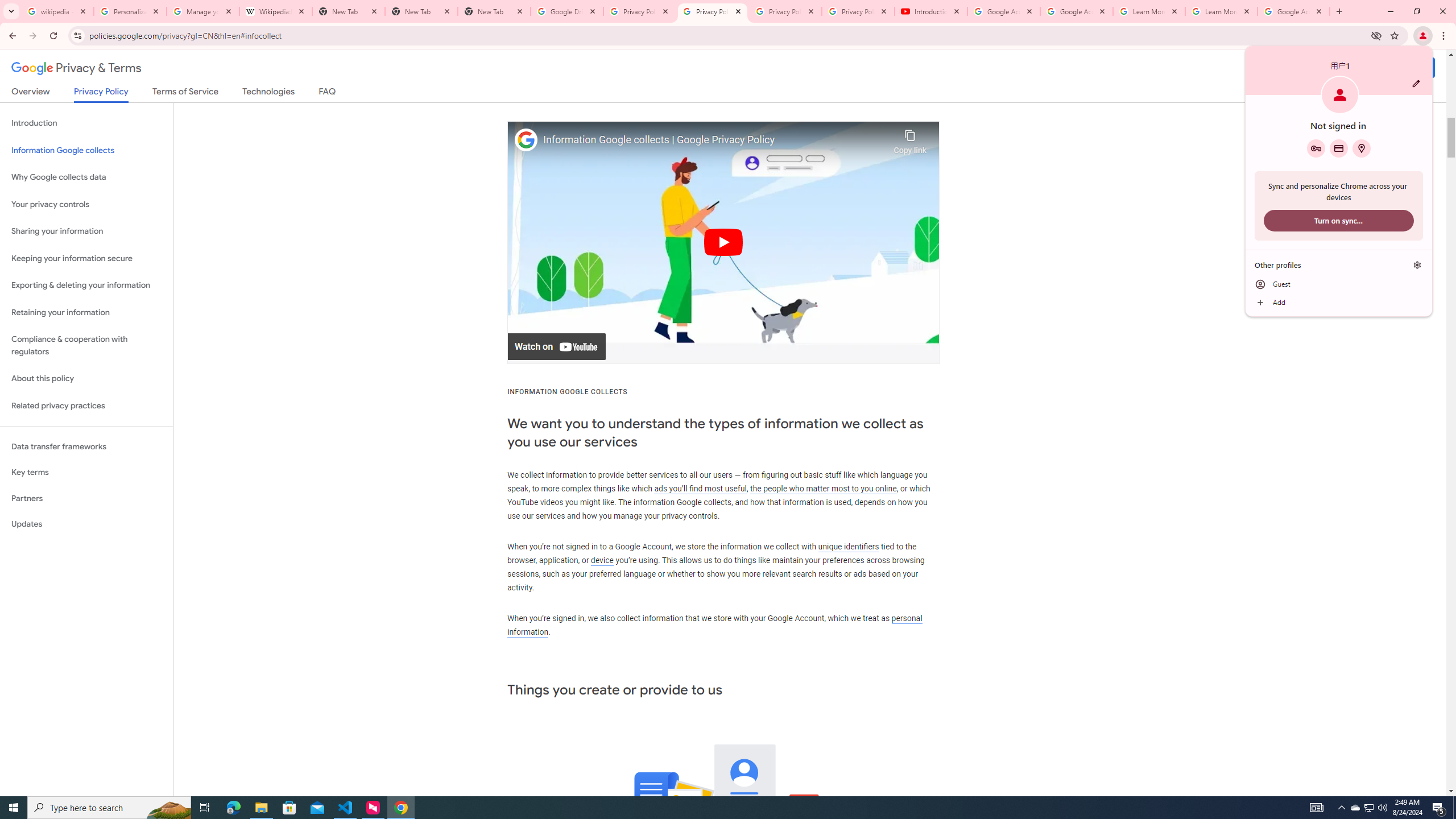  I want to click on 'User Promoted Notification Area', so click(1368, 806).